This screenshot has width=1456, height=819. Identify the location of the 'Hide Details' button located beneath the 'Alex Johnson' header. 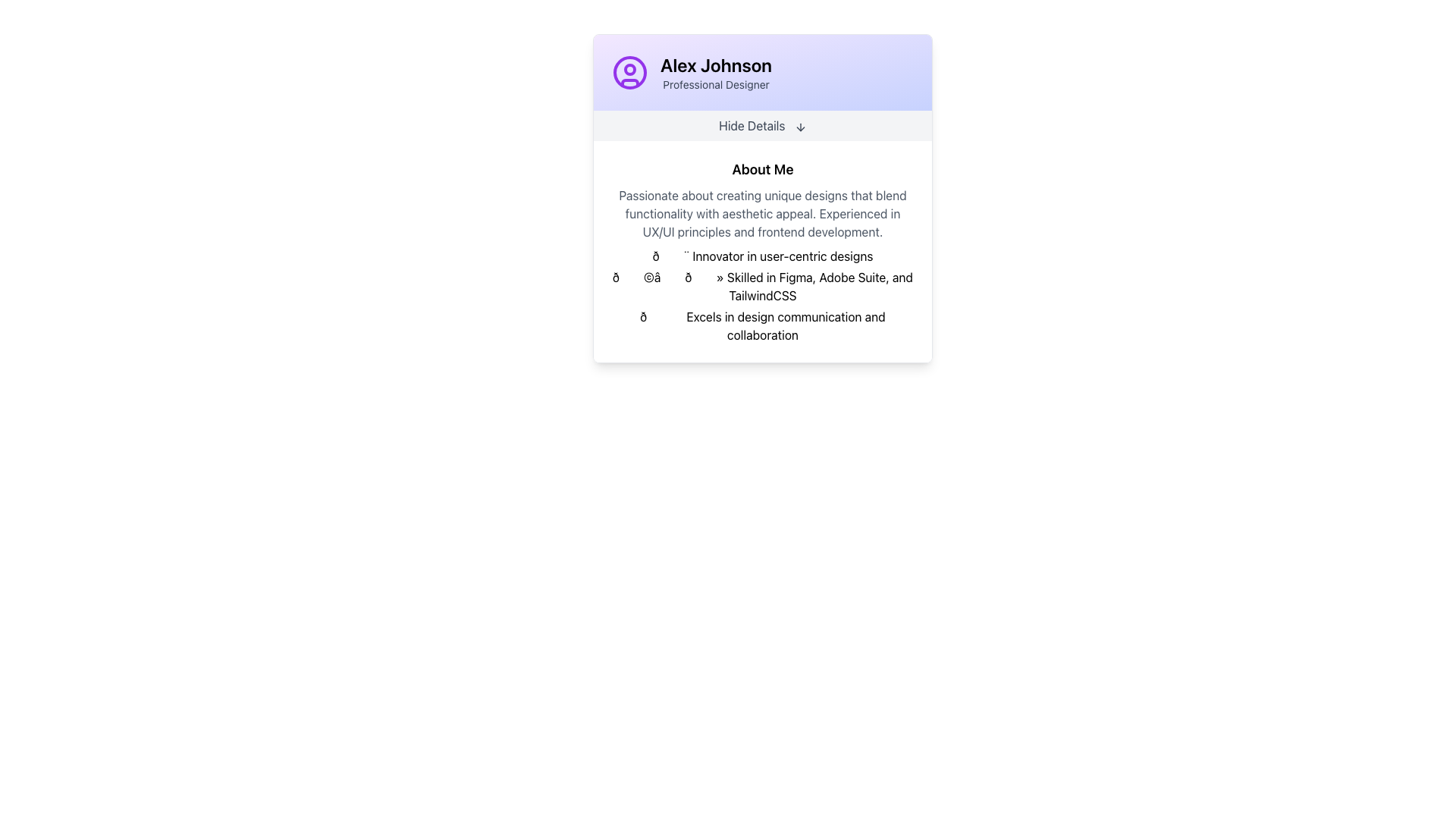
(763, 124).